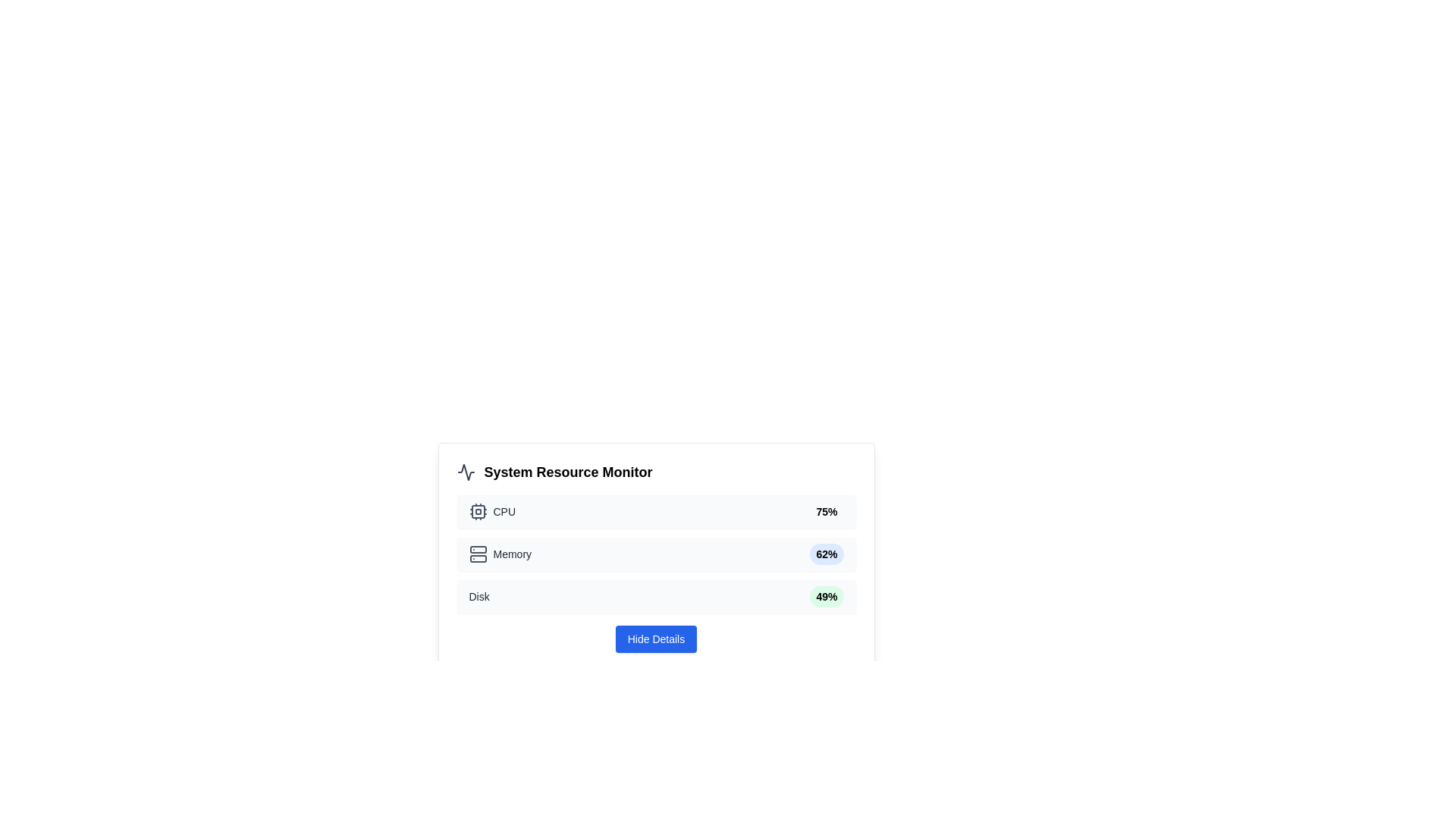  What do you see at coordinates (500, 554) in the screenshot?
I see `the 'Memory' text element with the adjacent server icon, which is styled with a gray tone and arranged horizontally with a small gap` at bounding box center [500, 554].